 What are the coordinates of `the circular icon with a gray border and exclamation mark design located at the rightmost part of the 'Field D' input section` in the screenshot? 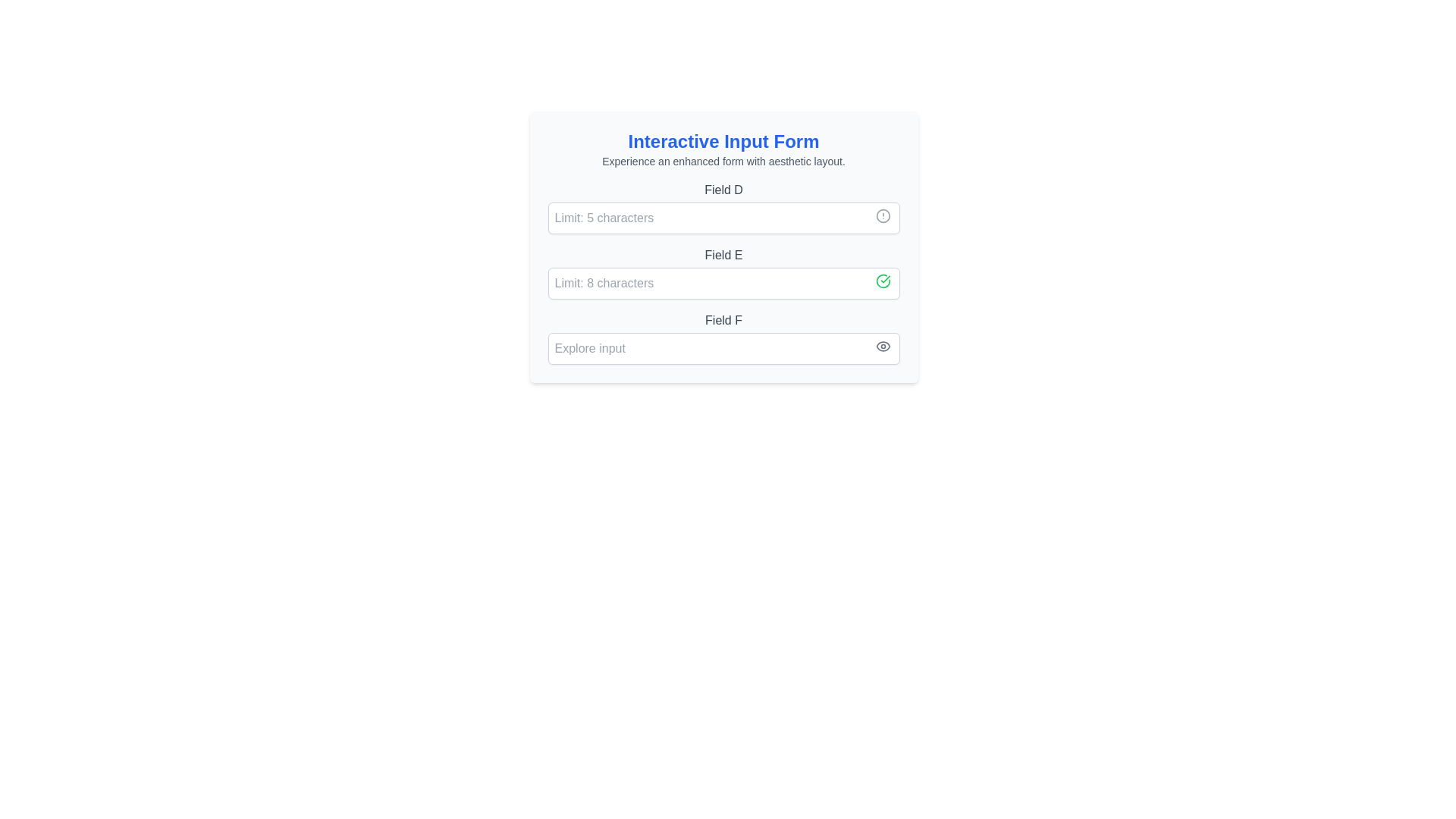 It's located at (883, 216).